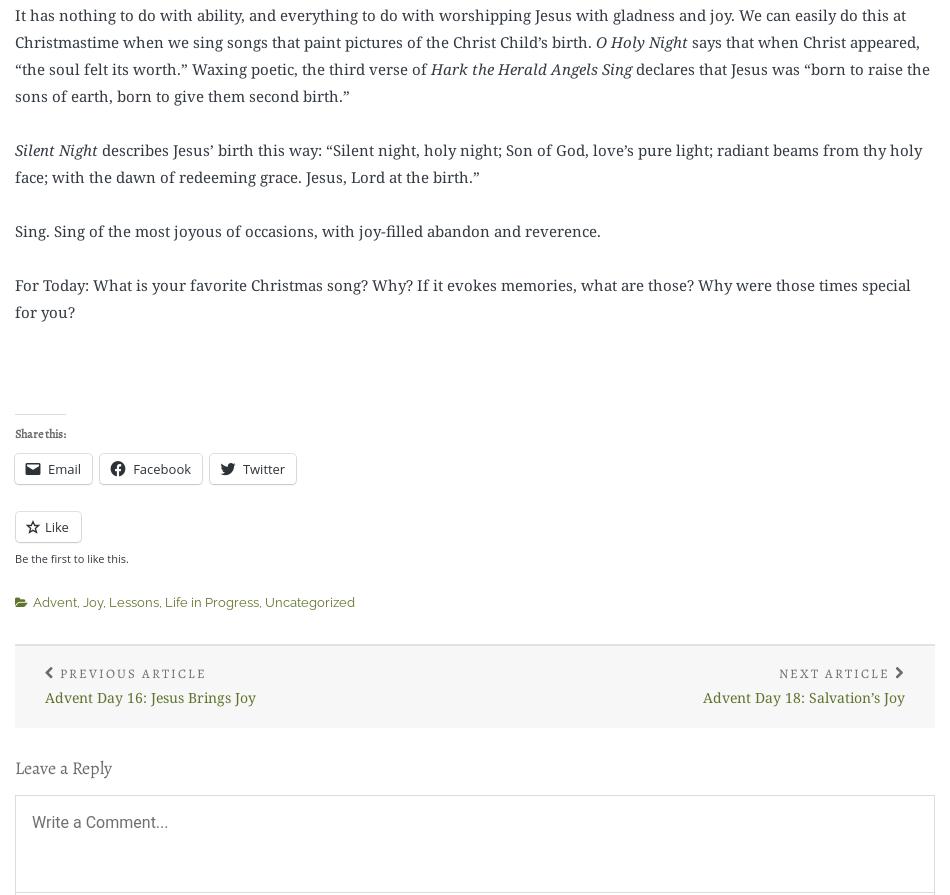 The width and height of the screenshot is (950, 895). I want to click on 'Sing. Sing of the most joyous of occasions, with joy-filled abandon and reverence.', so click(306, 230).